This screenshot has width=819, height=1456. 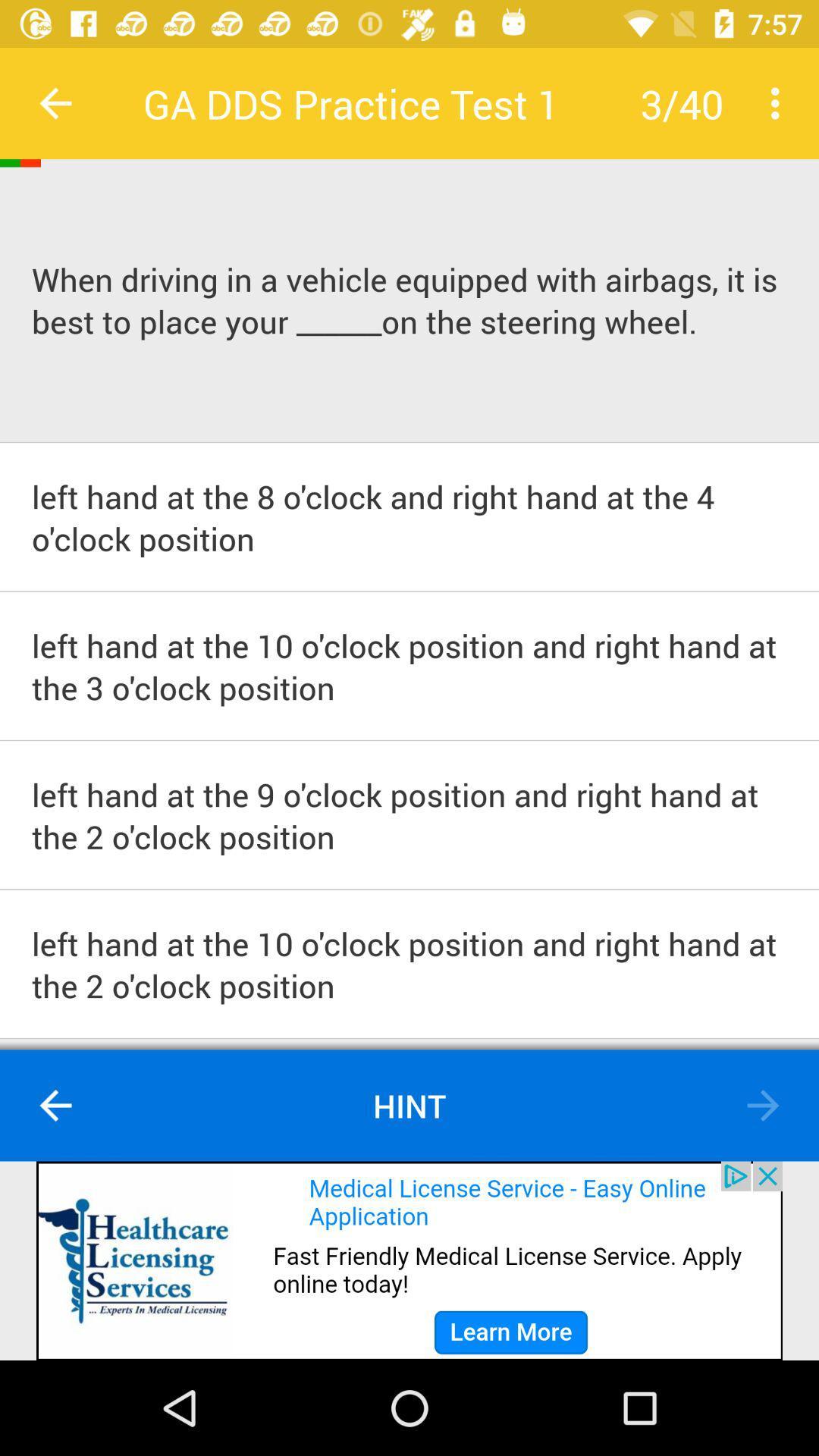 What do you see at coordinates (55, 102) in the screenshot?
I see `previous button` at bounding box center [55, 102].